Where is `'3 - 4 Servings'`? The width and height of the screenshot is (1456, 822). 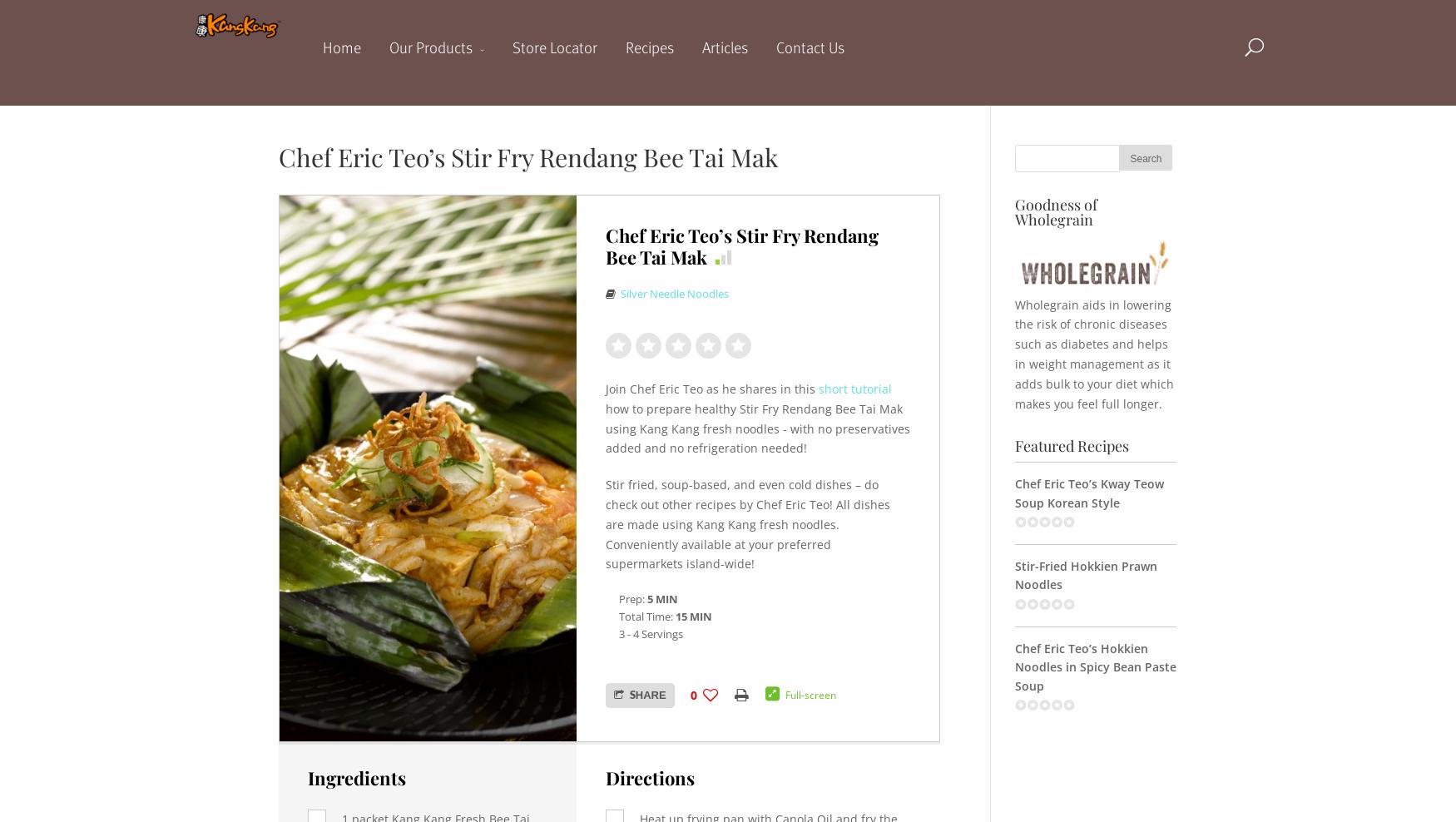 '3 - 4 Servings' is located at coordinates (649, 631).